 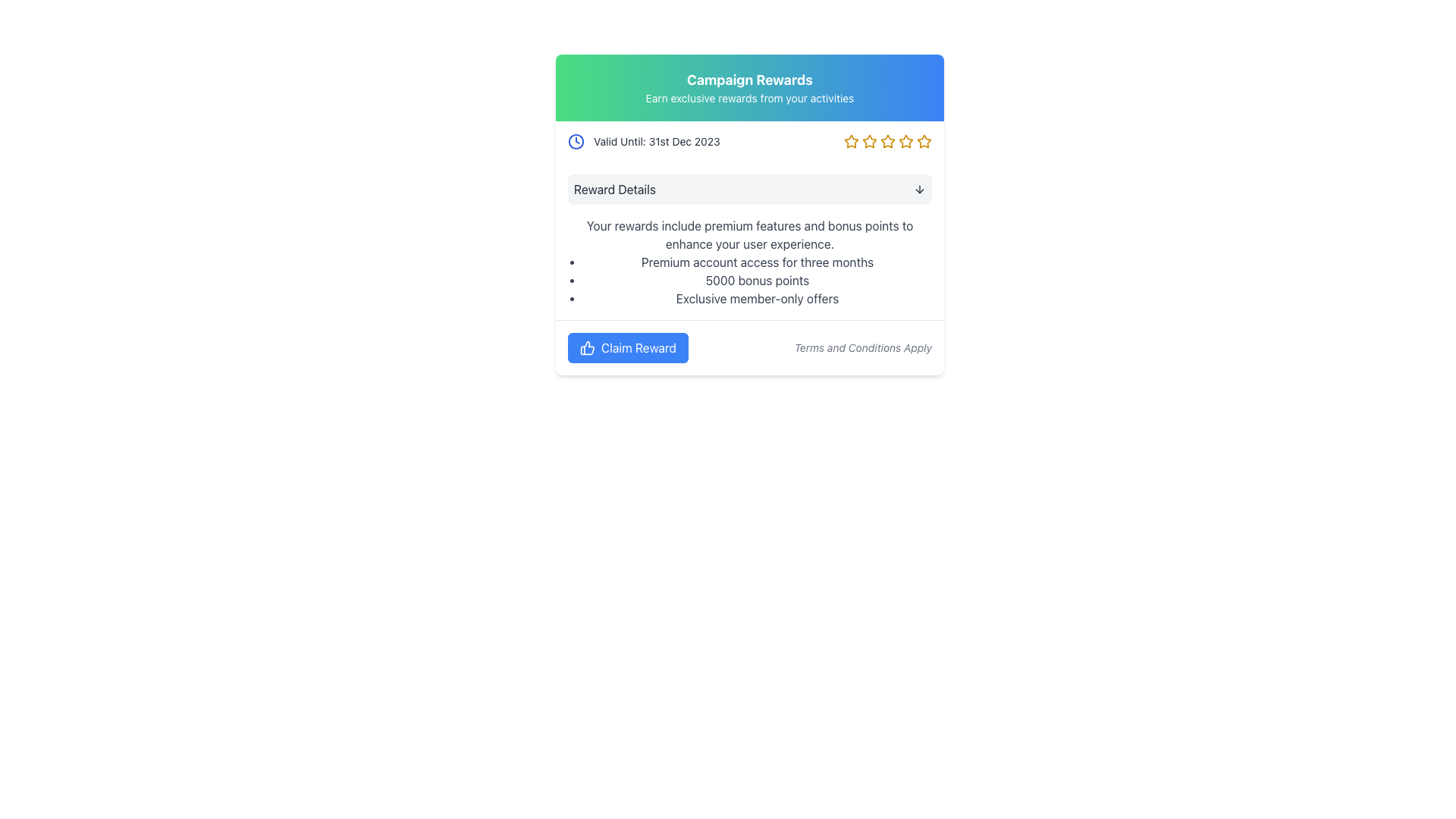 I want to click on the thumbs-up icon located within the blue 'Claim Reward' button at the bottom of the content card, so click(x=586, y=348).